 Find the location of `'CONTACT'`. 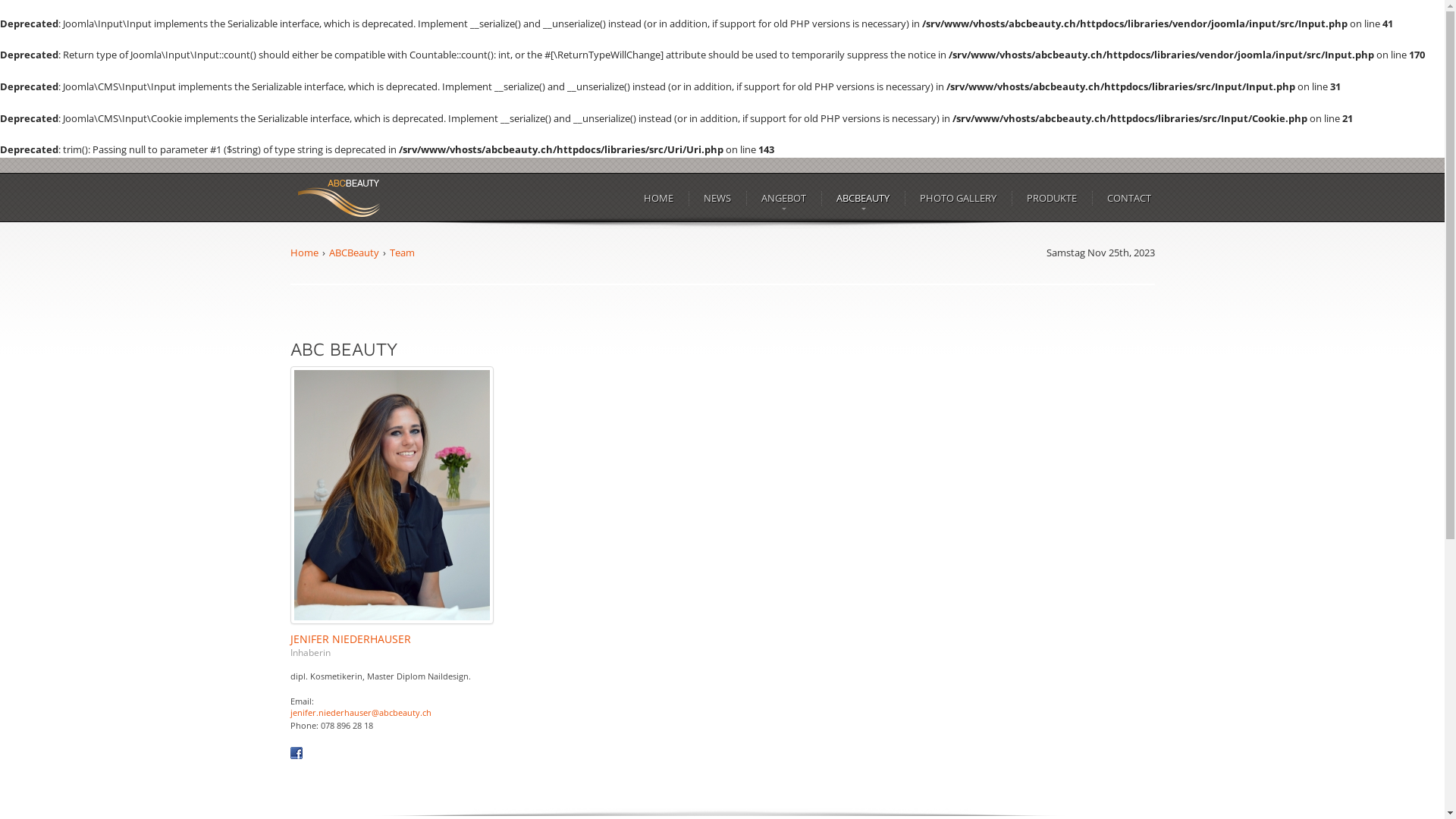

'CONTACT' is located at coordinates (1128, 197).